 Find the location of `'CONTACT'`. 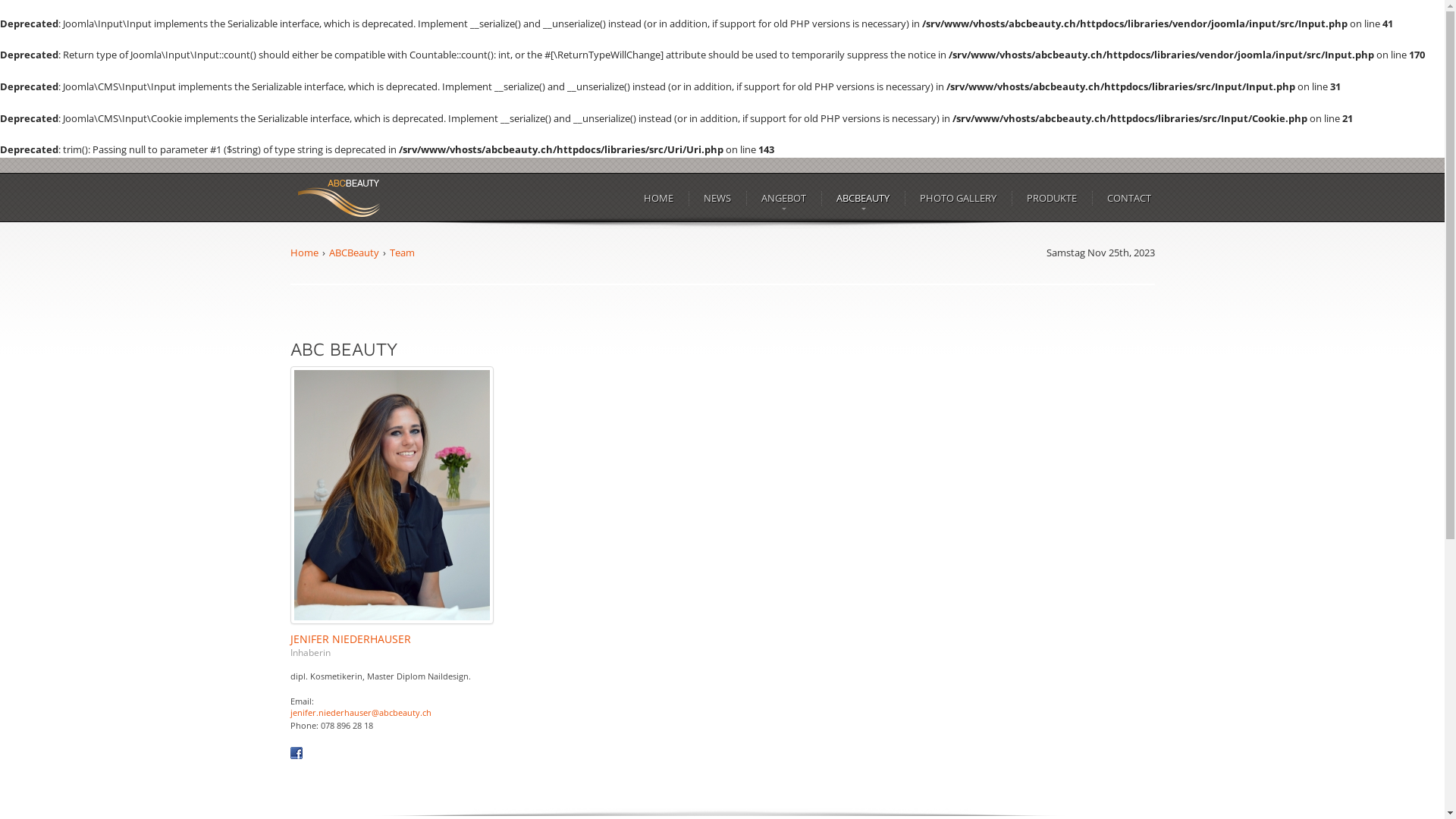

'CONTACT' is located at coordinates (1128, 197).